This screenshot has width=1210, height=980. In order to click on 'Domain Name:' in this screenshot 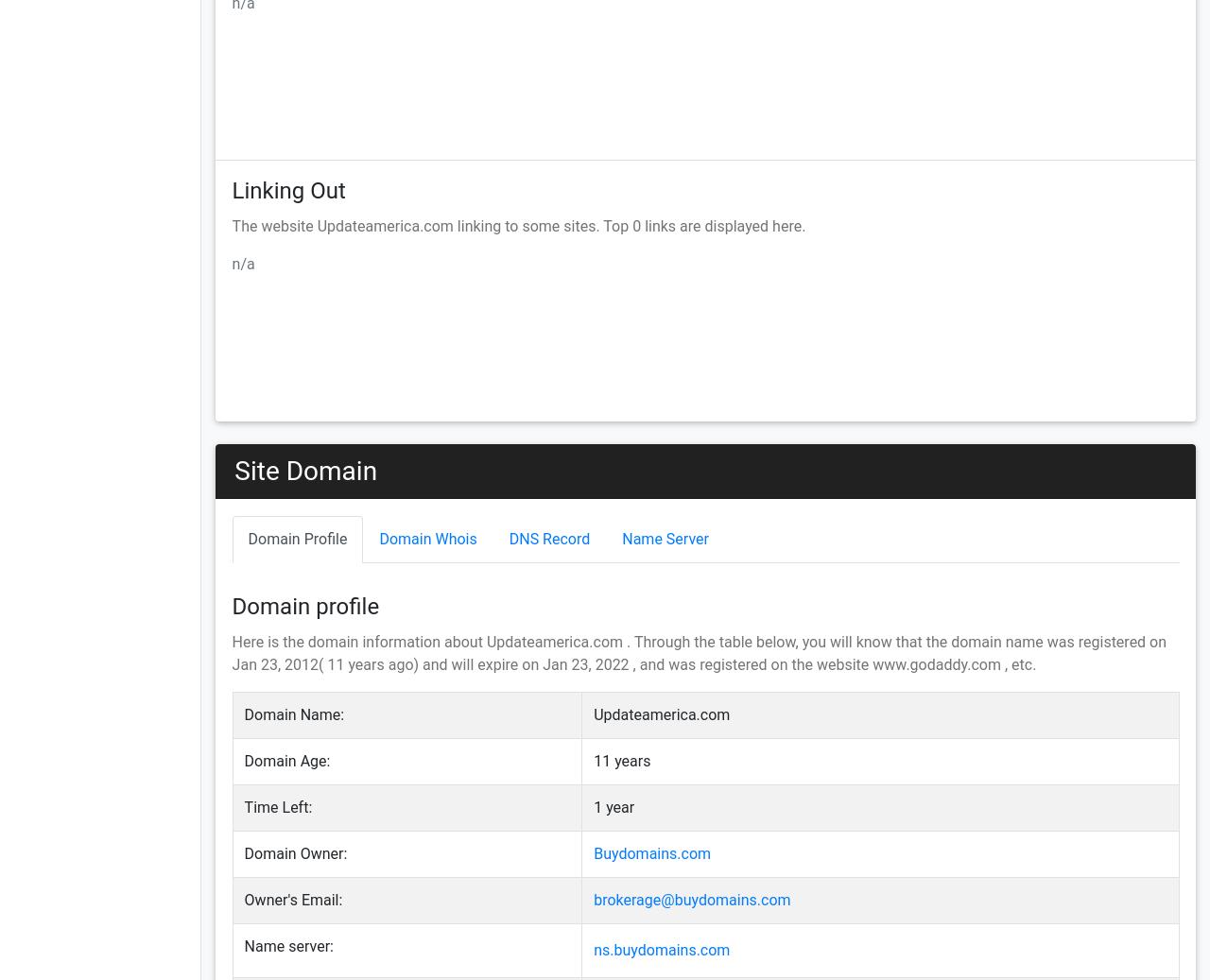, I will do `click(293, 714)`.